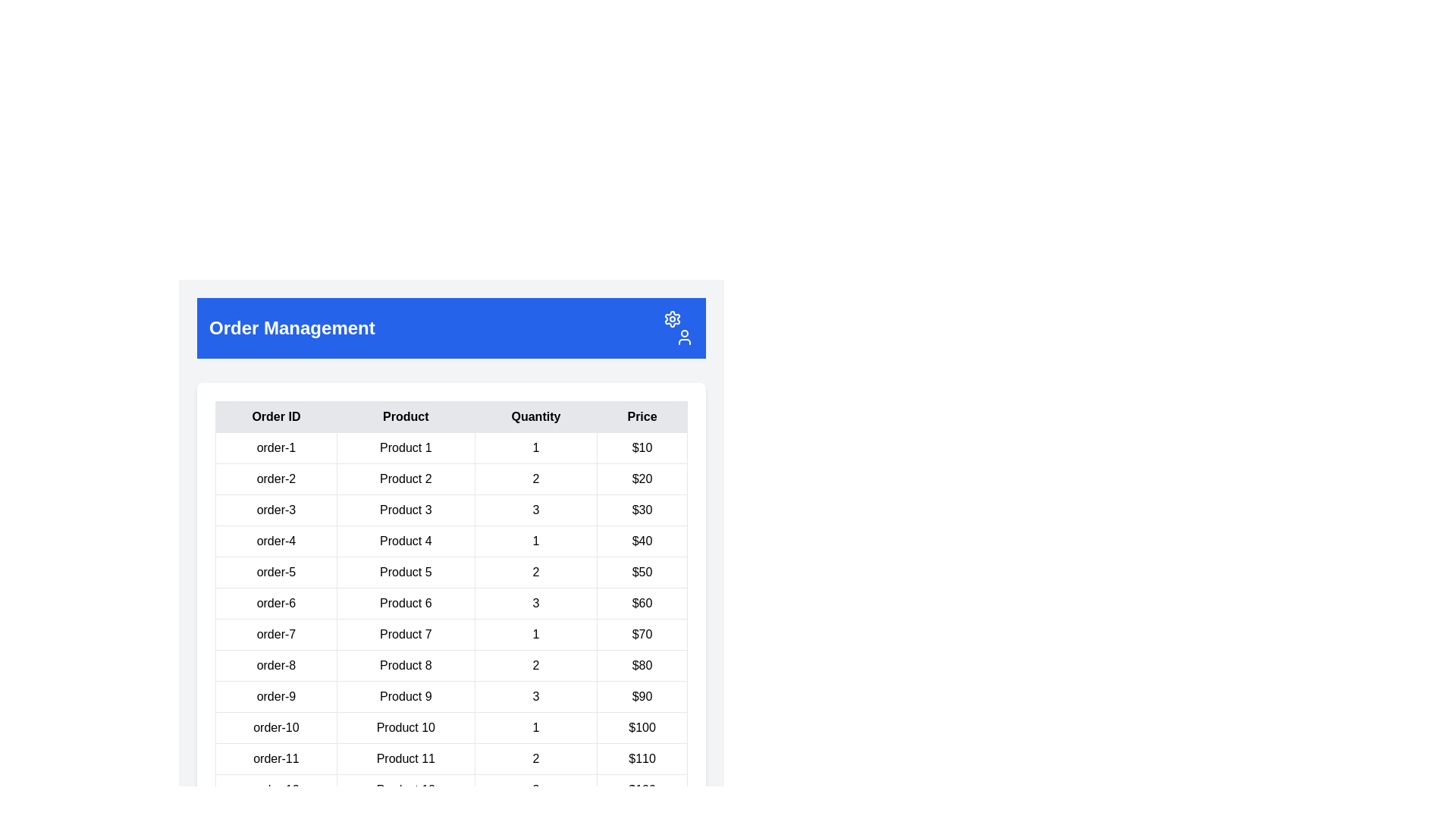  I want to click on text from the table cell in the third column of the ninth row, which contains the number '3', so click(535, 696).